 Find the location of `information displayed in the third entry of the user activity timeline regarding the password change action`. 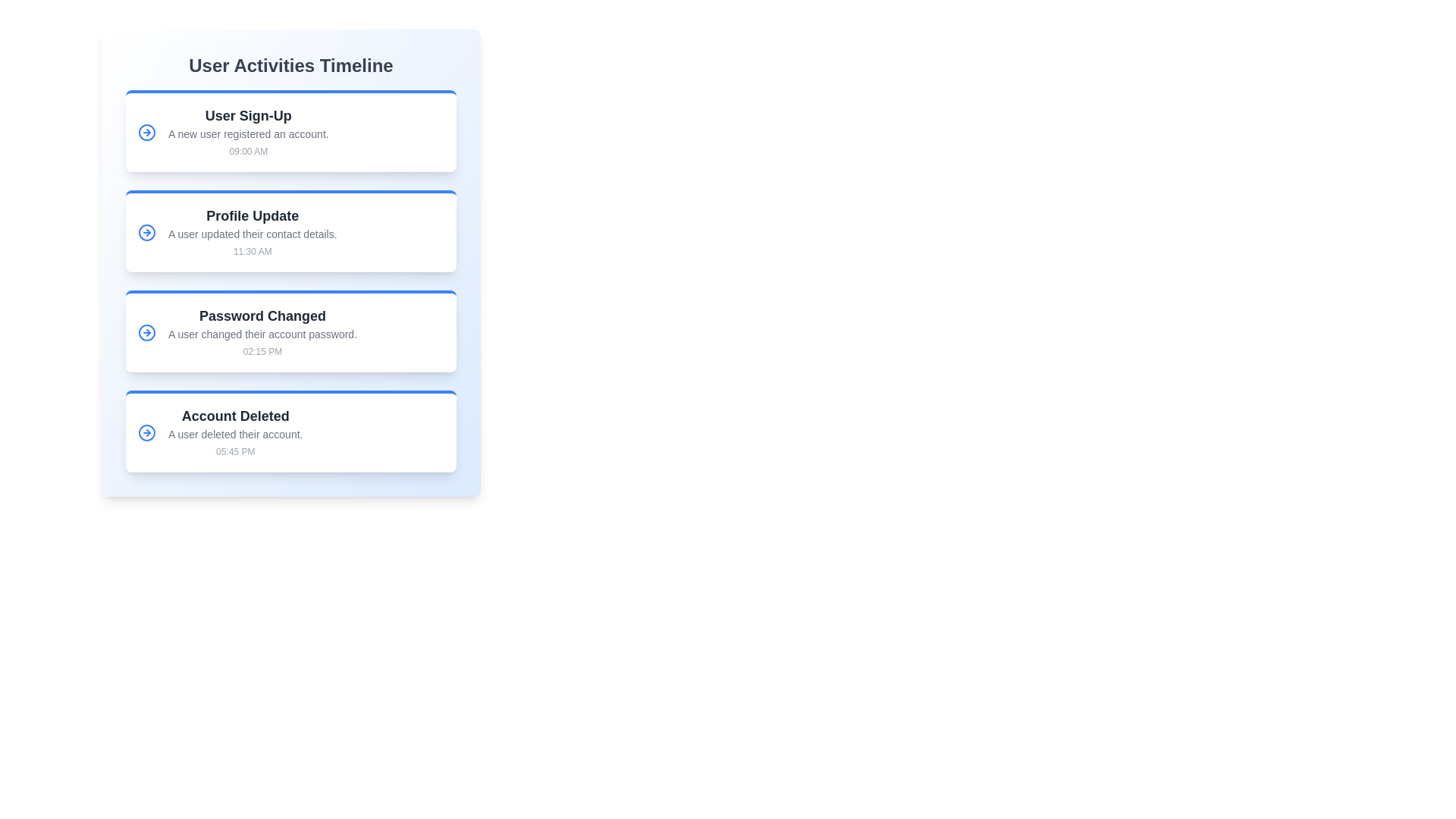

information displayed in the third entry of the user activity timeline regarding the password change action is located at coordinates (262, 332).